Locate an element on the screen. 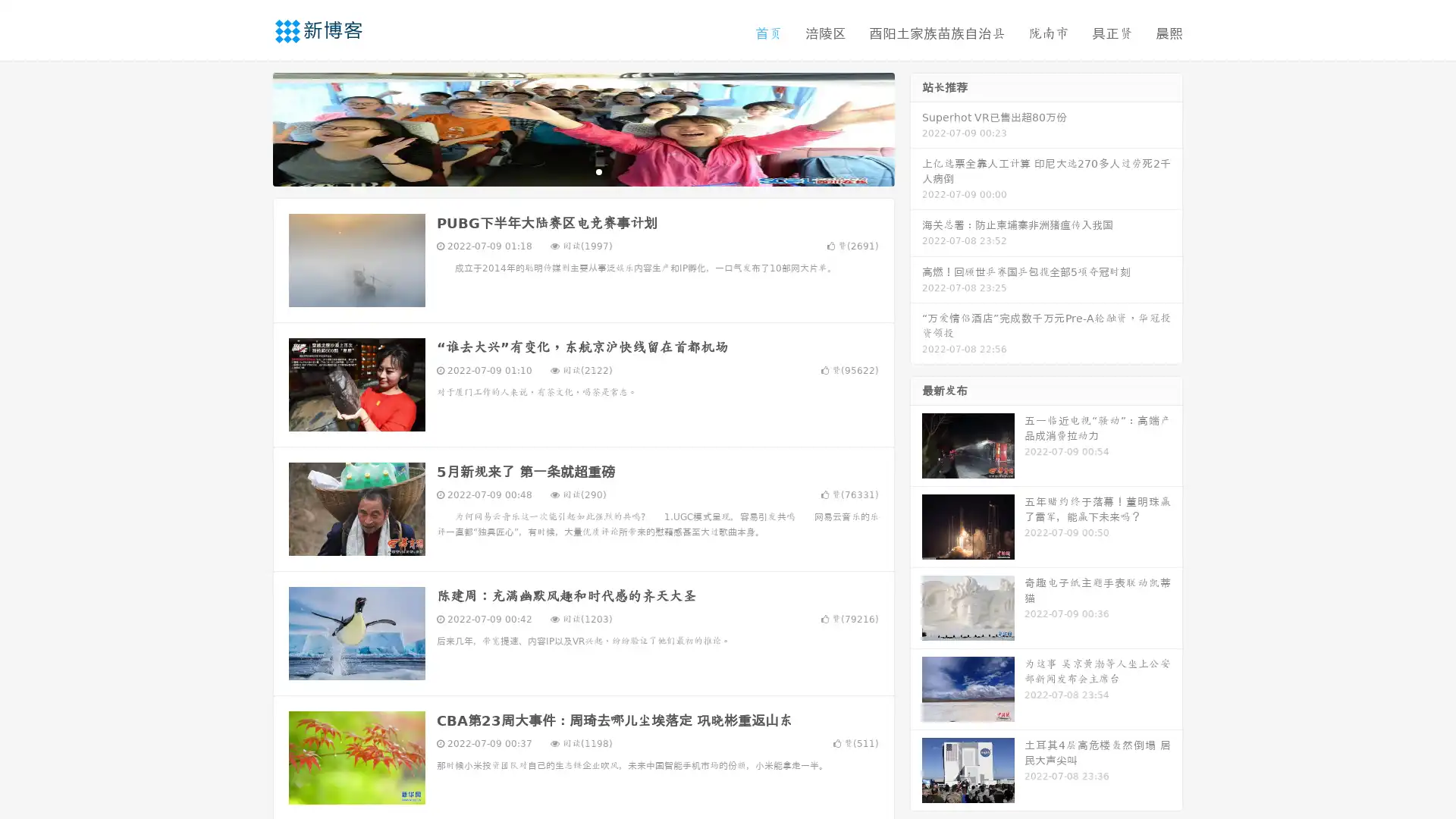 This screenshot has height=819, width=1456. Previous slide is located at coordinates (250, 127).